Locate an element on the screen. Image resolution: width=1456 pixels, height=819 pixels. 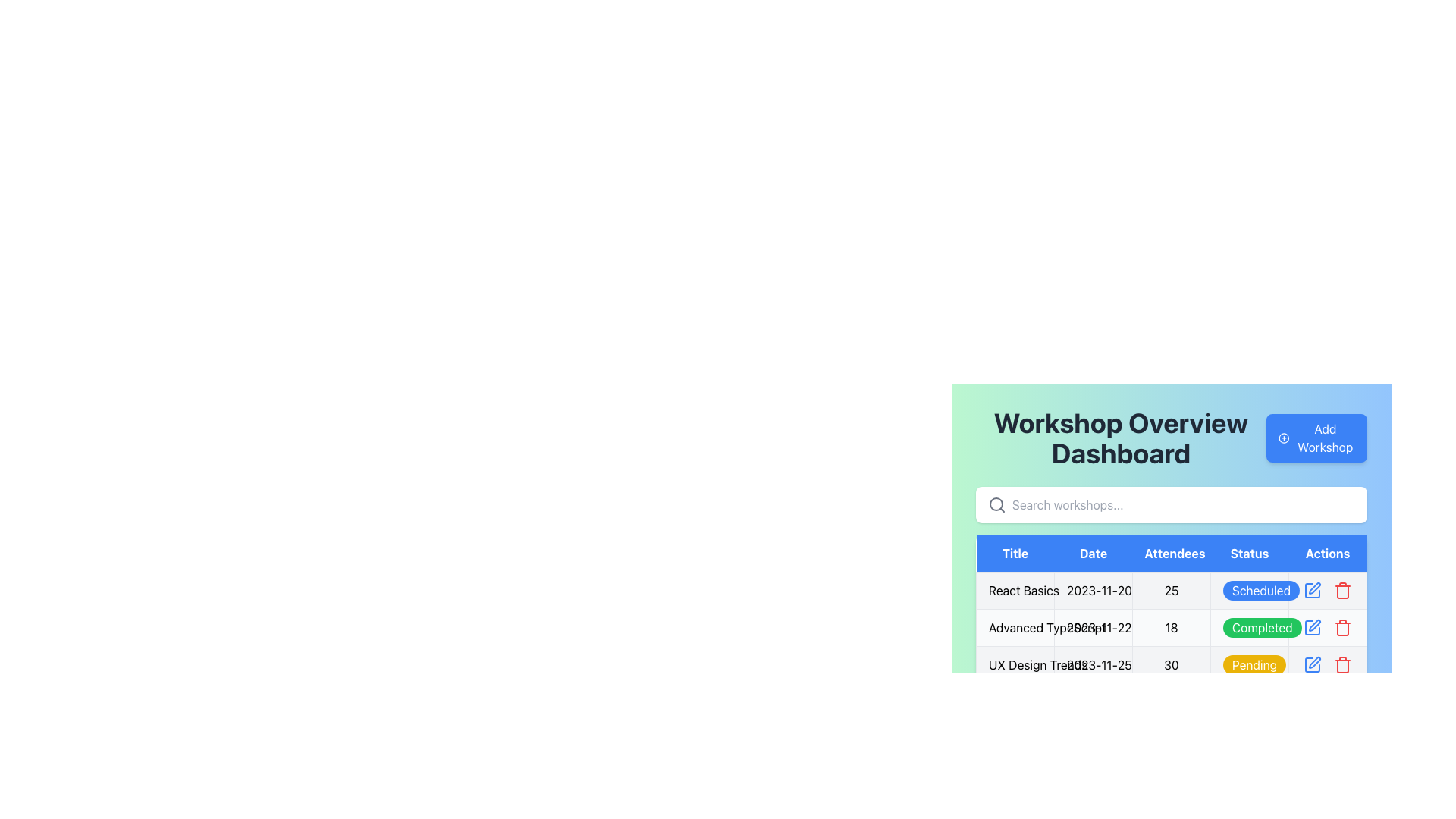
the numeric indicator displaying '25' in the 'Attendees' column of the table for the 'React Basics' workshop is located at coordinates (1171, 590).